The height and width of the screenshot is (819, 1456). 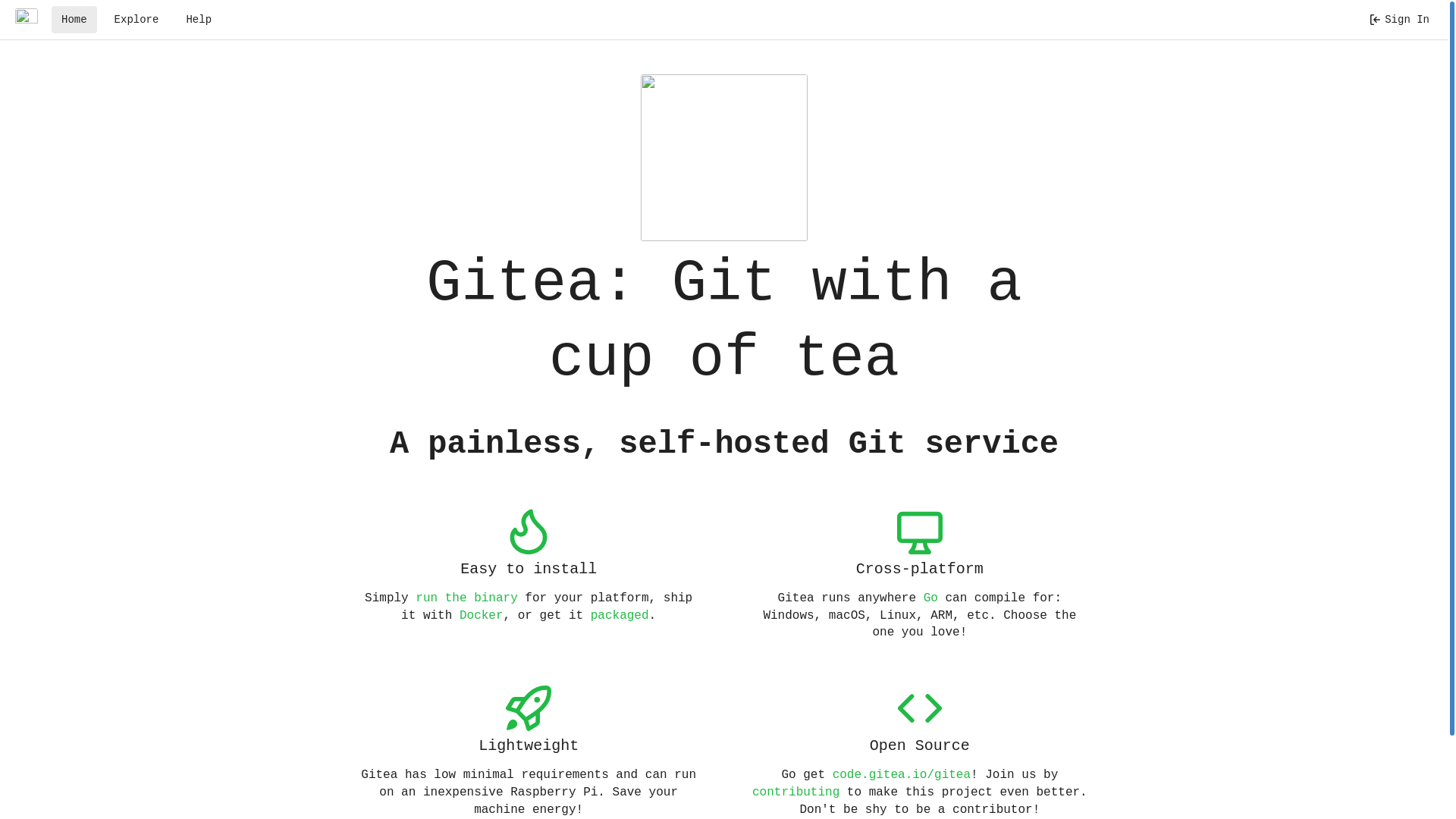 I want to click on 'contributing', so click(x=752, y=792).